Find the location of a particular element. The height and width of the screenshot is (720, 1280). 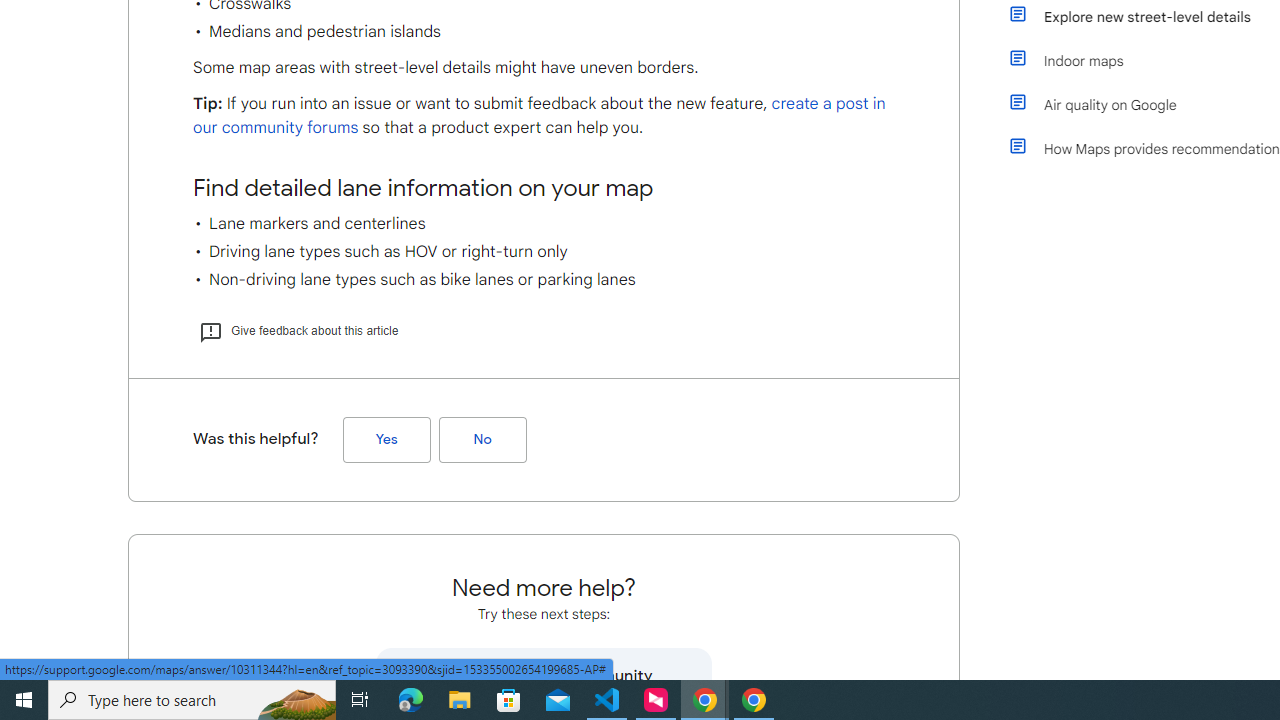

'Yes (Was this helpful?)' is located at coordinates (386, 438).